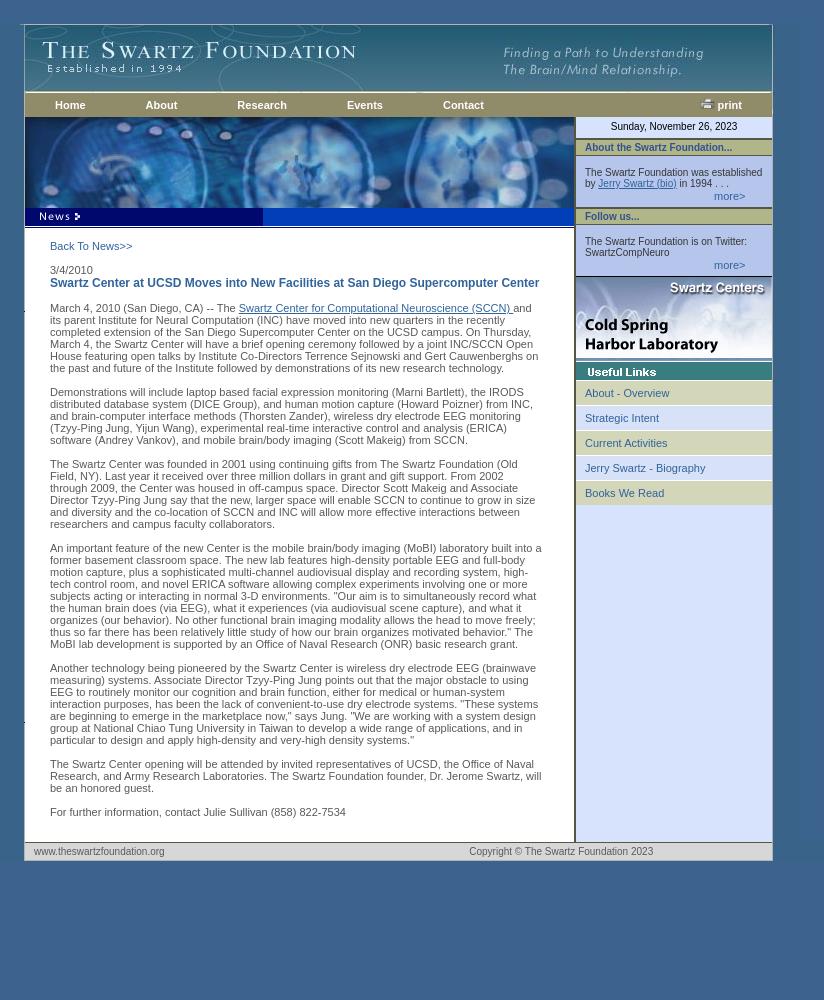  Describe the element at coordinates (97, 850) in the screenshot. I see `'www.theswartzfoundation.org'` at that location.